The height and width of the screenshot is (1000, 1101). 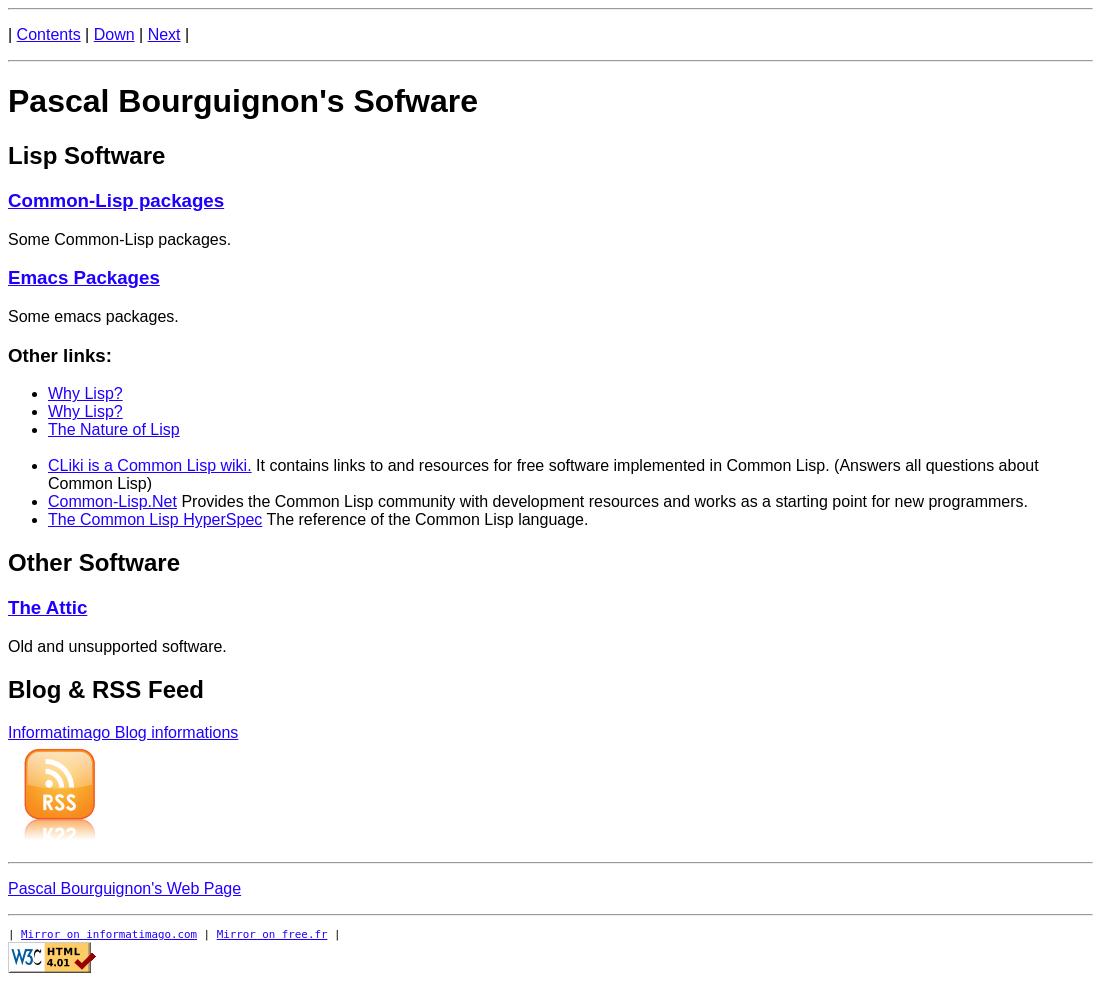 What do you see at coordinates (119, 237) in the screenshot?
I see `'Some Common-Lisp packages.'` at bounding box center [119, 237].